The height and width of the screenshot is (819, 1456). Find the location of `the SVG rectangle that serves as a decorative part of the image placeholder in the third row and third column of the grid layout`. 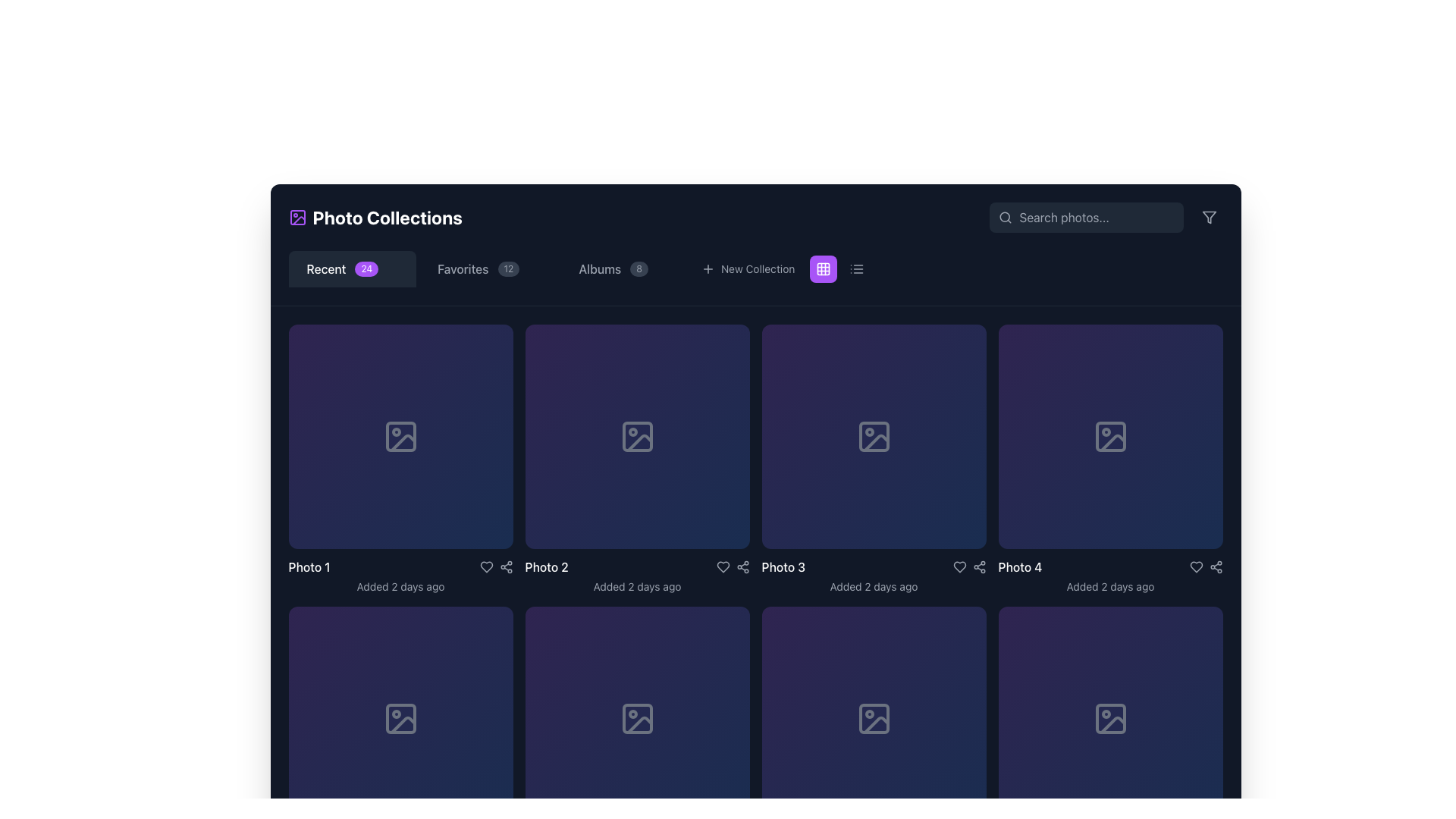

the SVG rectangle that serves as a decorative part of the image placeholder in the third row and third column of the grid layout is located at coordinates (637, 718).